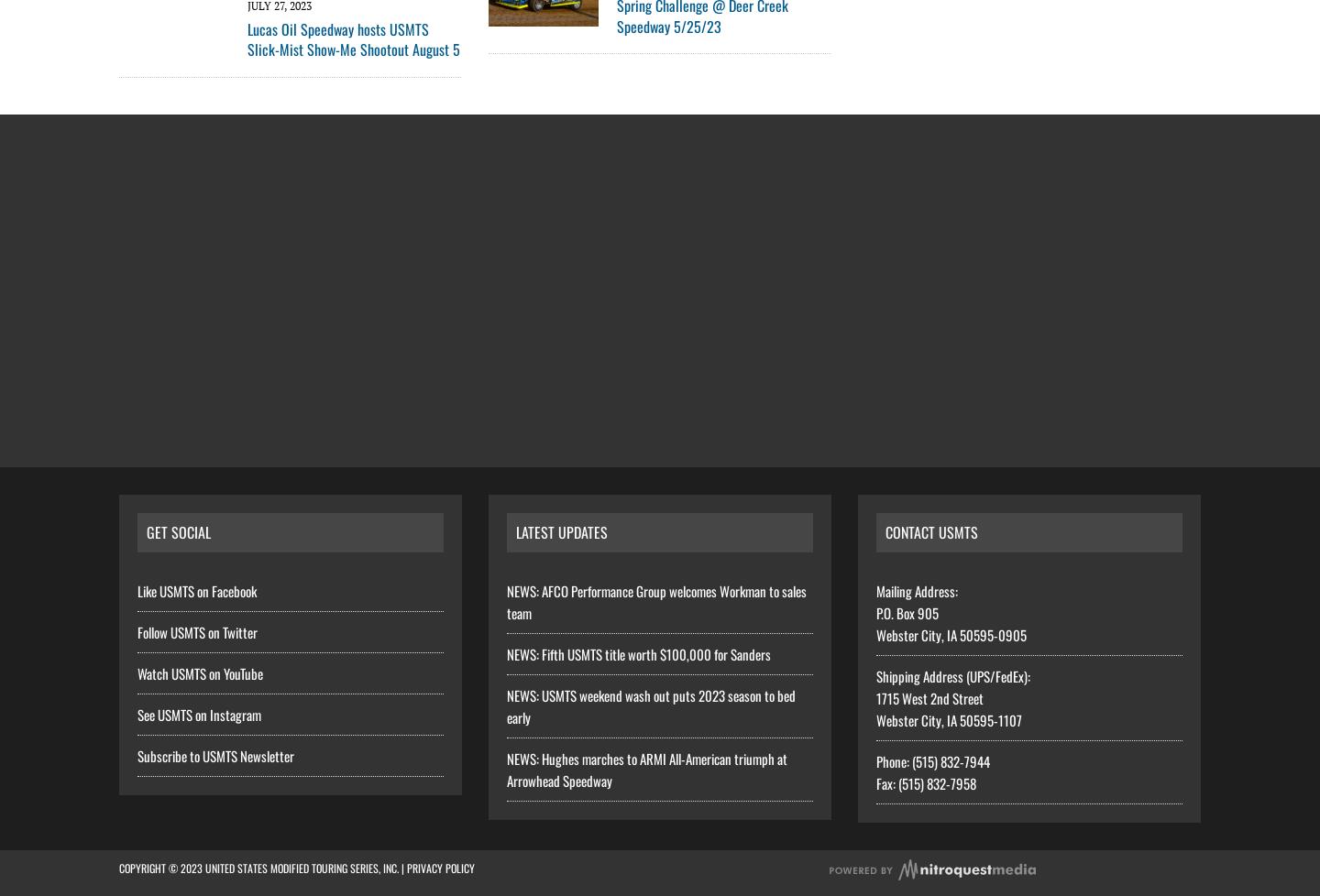 This screenshot has height=896, width=1320. What do you see at coordinates (200, 672) in the screenshot?
I see `'Watch USMTS on YouTube'` at bounding box center [200, 672].